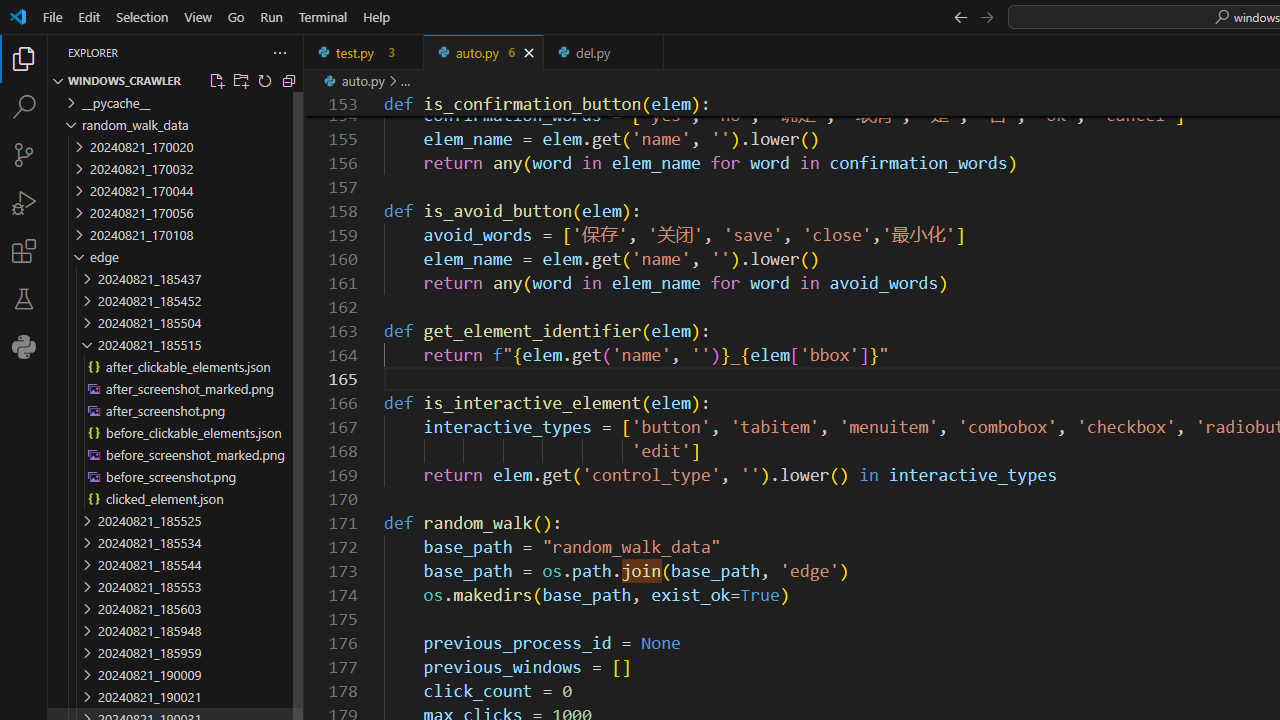  What do you see at coordinates (960, 16) in the screenshot?
I see `'Go Back (Alt+LeftArrow)'` at bounding box center [960, 16].